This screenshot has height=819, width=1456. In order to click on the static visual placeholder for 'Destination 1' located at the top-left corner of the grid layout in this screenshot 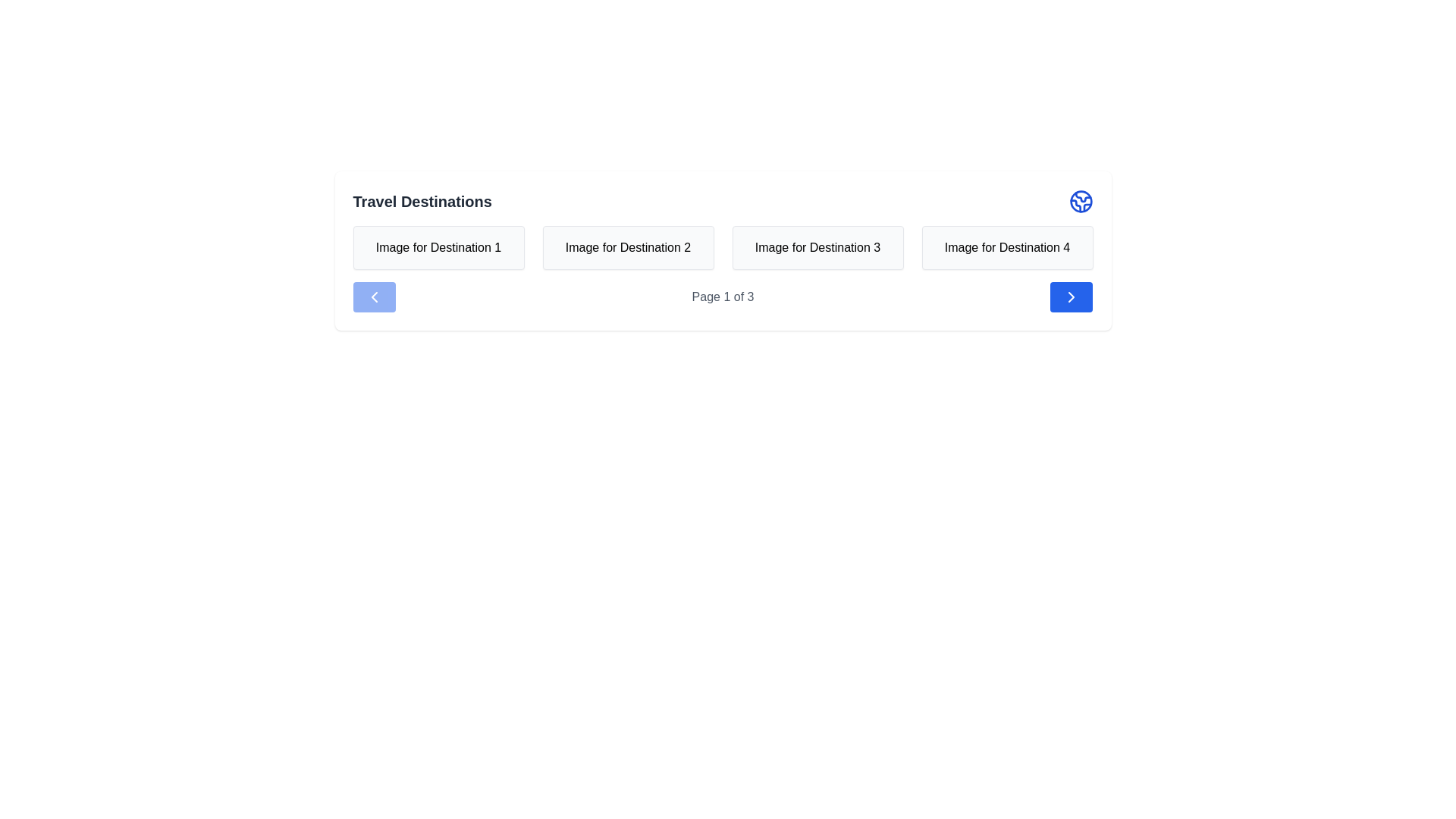, I will do `click(438, 247)`.